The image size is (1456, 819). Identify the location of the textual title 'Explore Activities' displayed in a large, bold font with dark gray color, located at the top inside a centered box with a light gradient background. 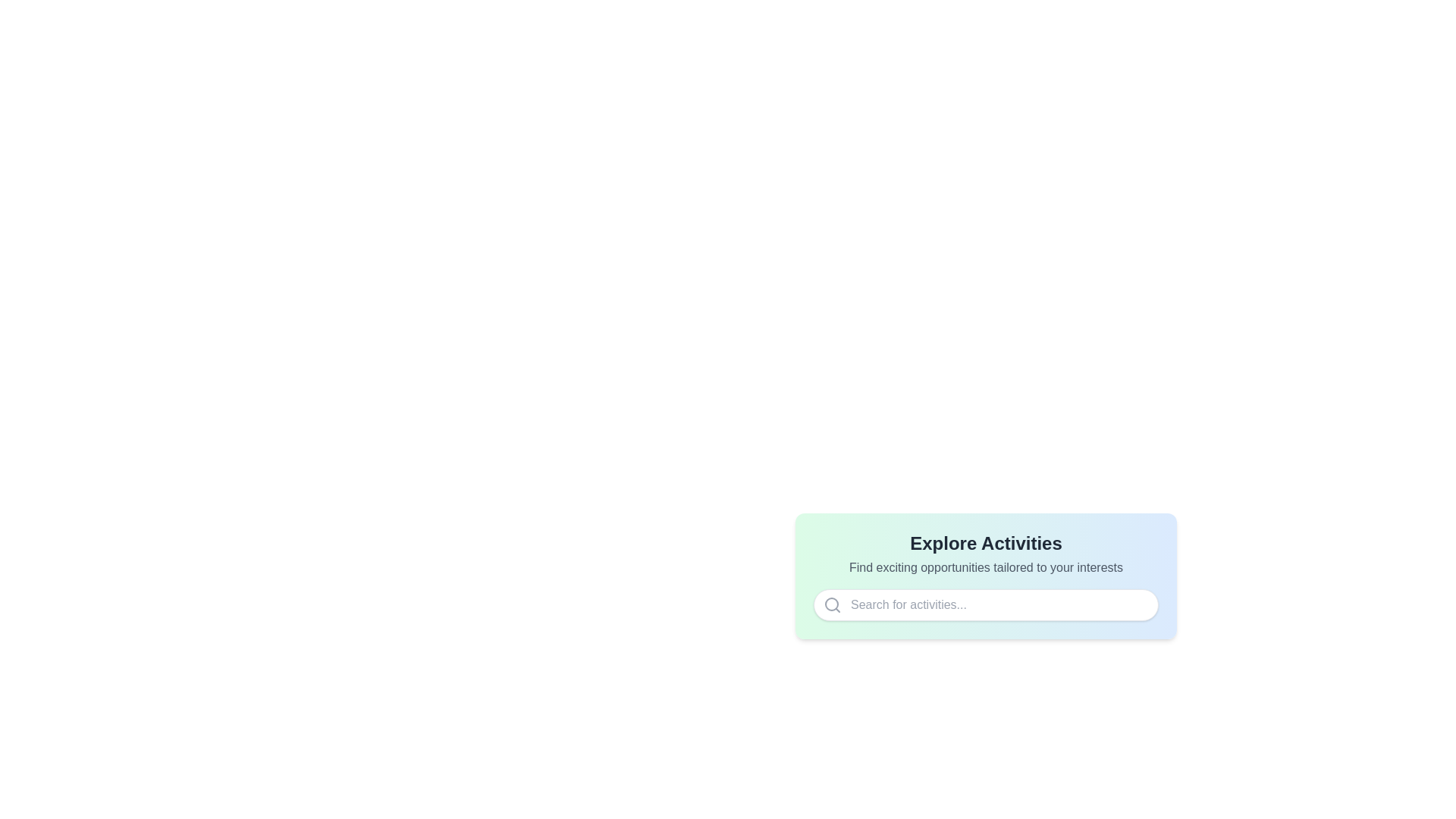
(986, 543).